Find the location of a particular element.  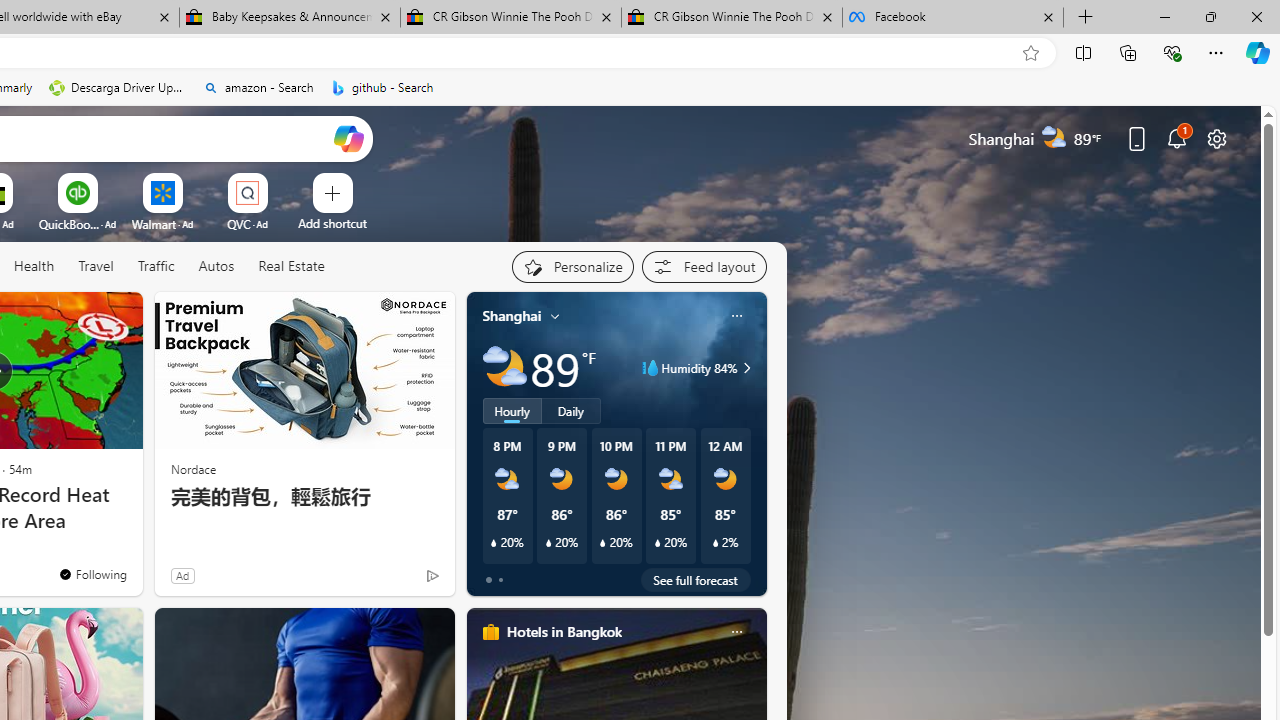

'Humidity 84%' is located at coordinates (743, 367).